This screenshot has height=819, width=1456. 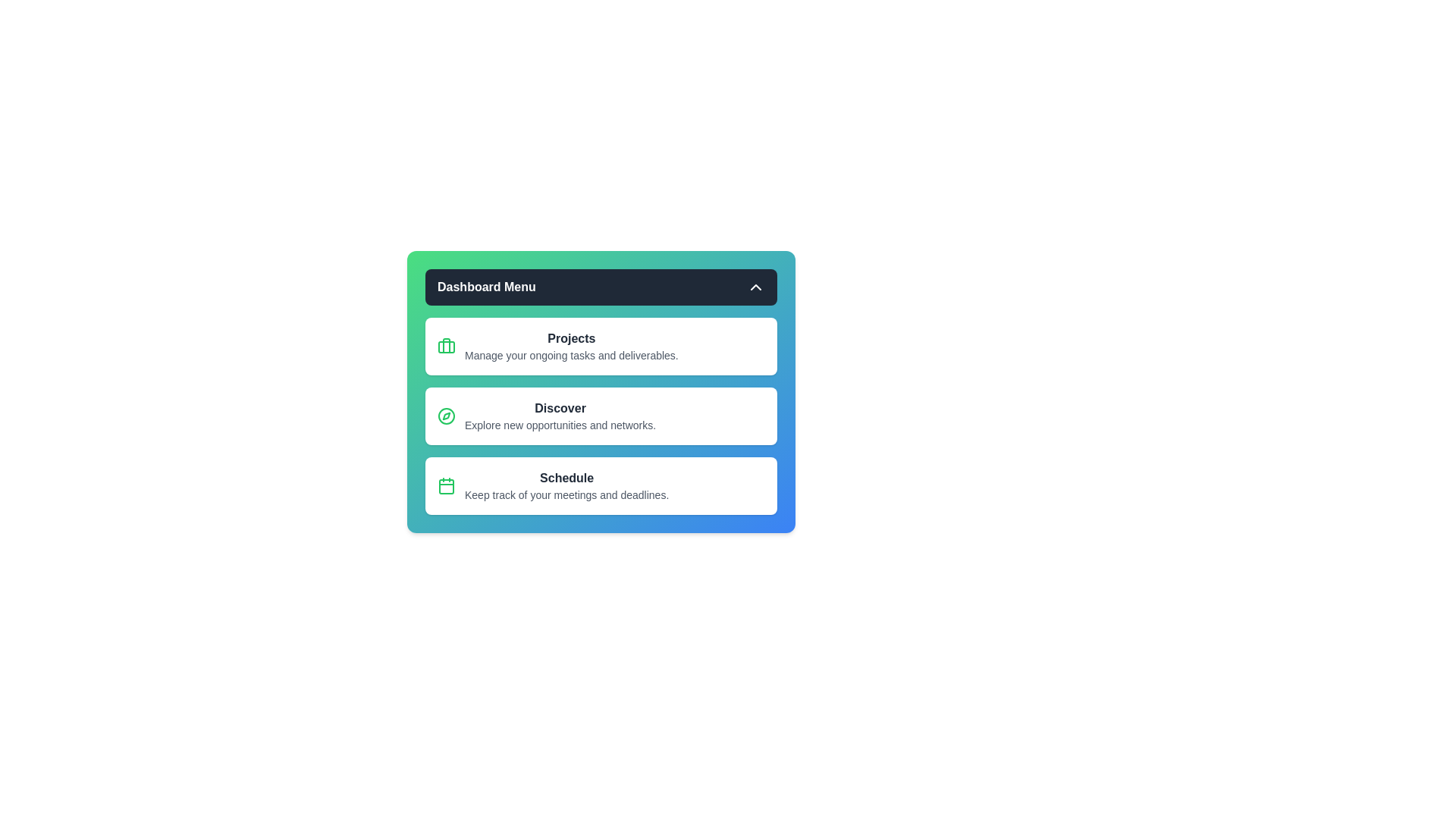 I want to click on the icon of the menu item corresponding to Schedule, so click(x=446, y=485).